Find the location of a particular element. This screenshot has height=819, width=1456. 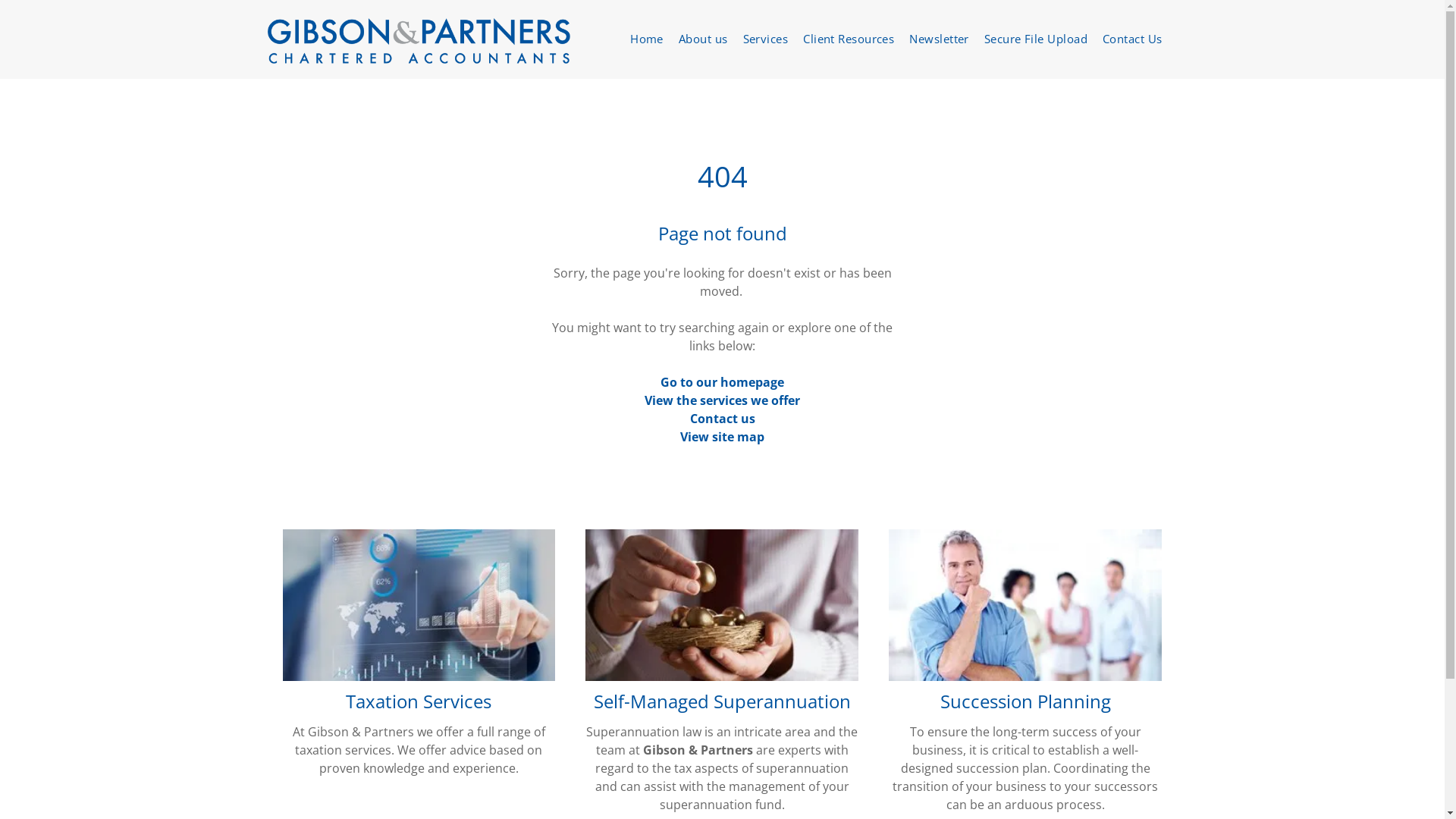

'View site map' is located at coordinates (721, 436).